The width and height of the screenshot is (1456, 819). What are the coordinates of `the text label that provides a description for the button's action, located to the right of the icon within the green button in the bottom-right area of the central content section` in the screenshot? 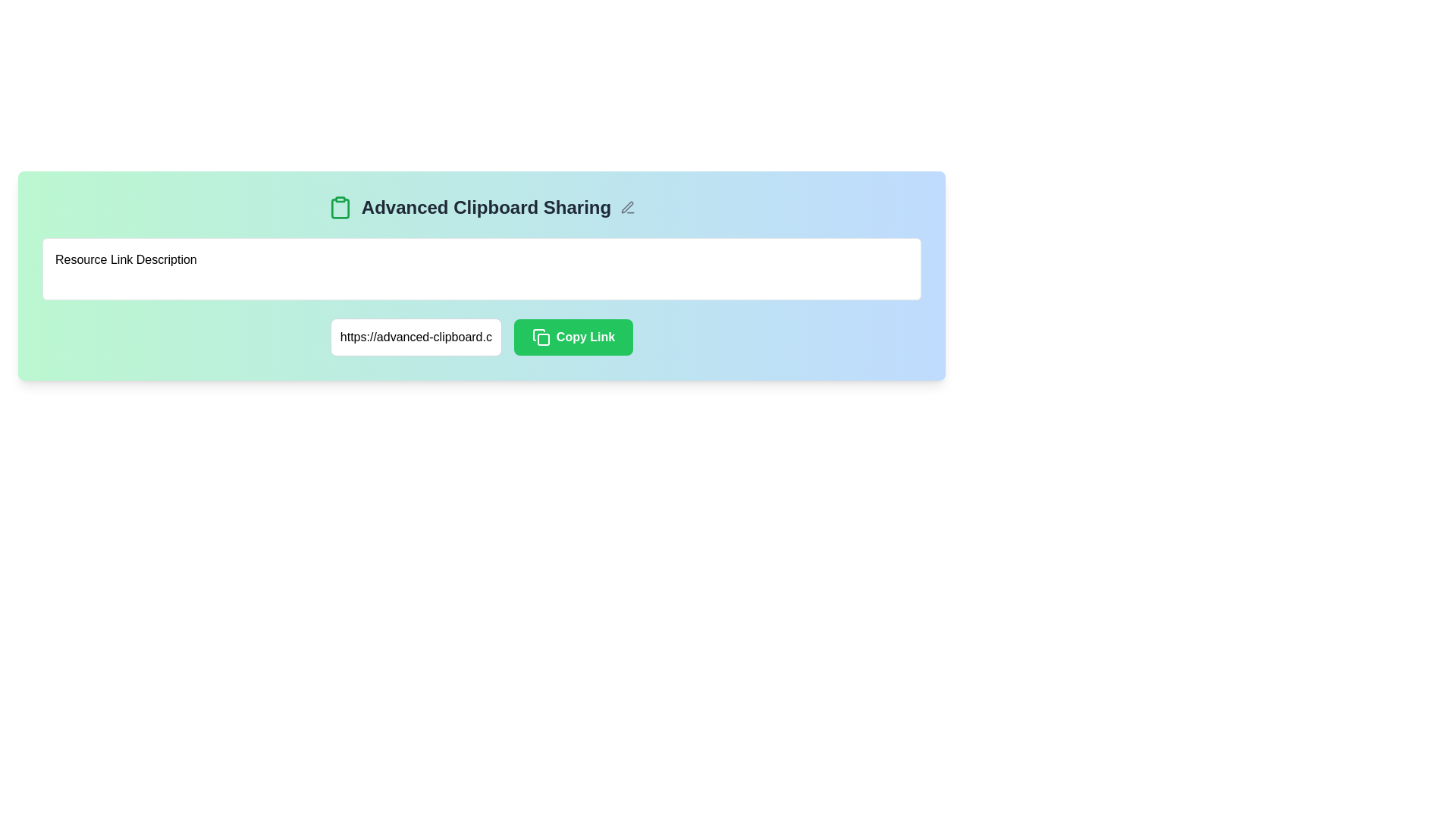 It's located at (585, 336).